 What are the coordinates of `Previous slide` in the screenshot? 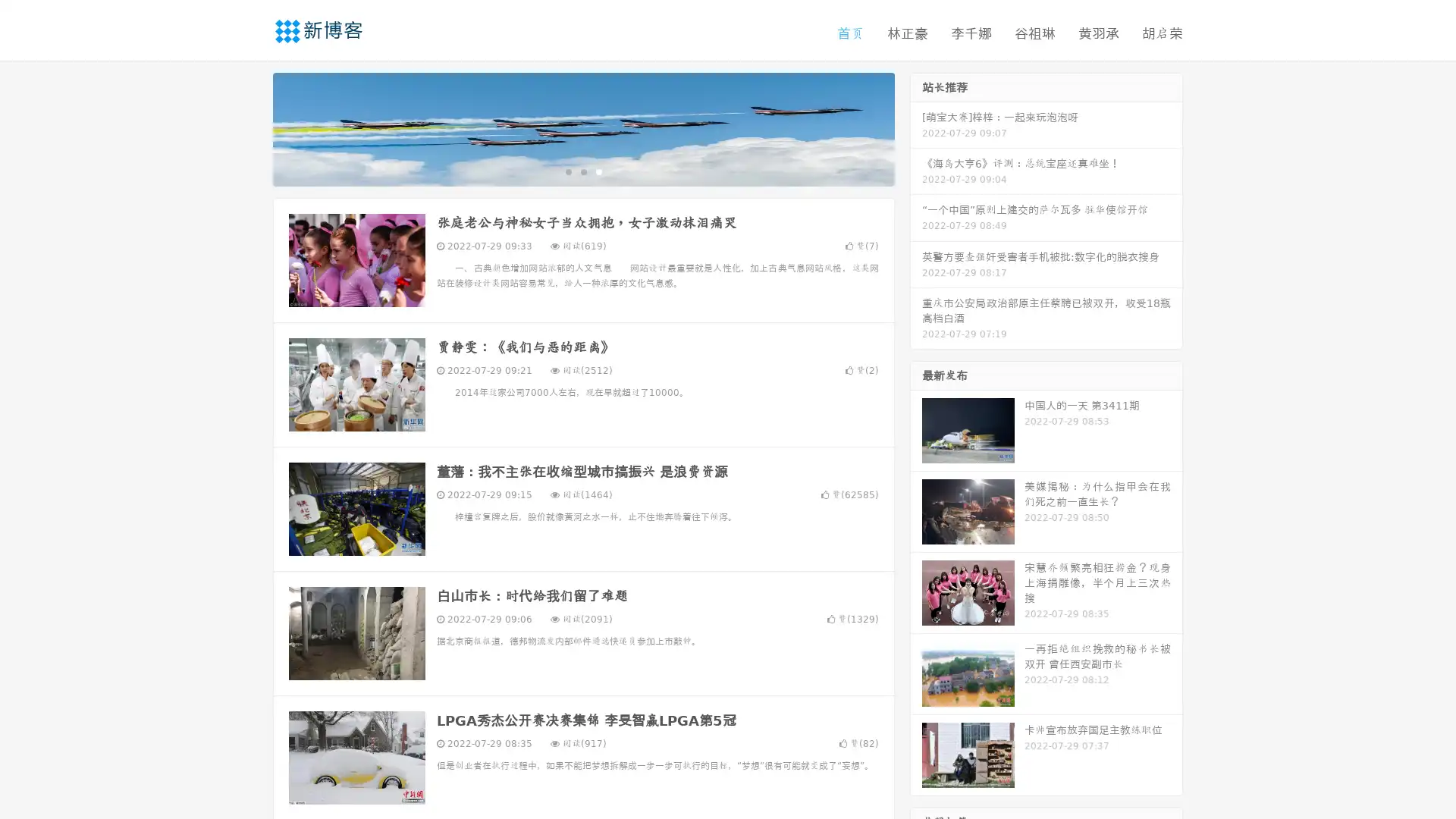 It's located at (250, 127).